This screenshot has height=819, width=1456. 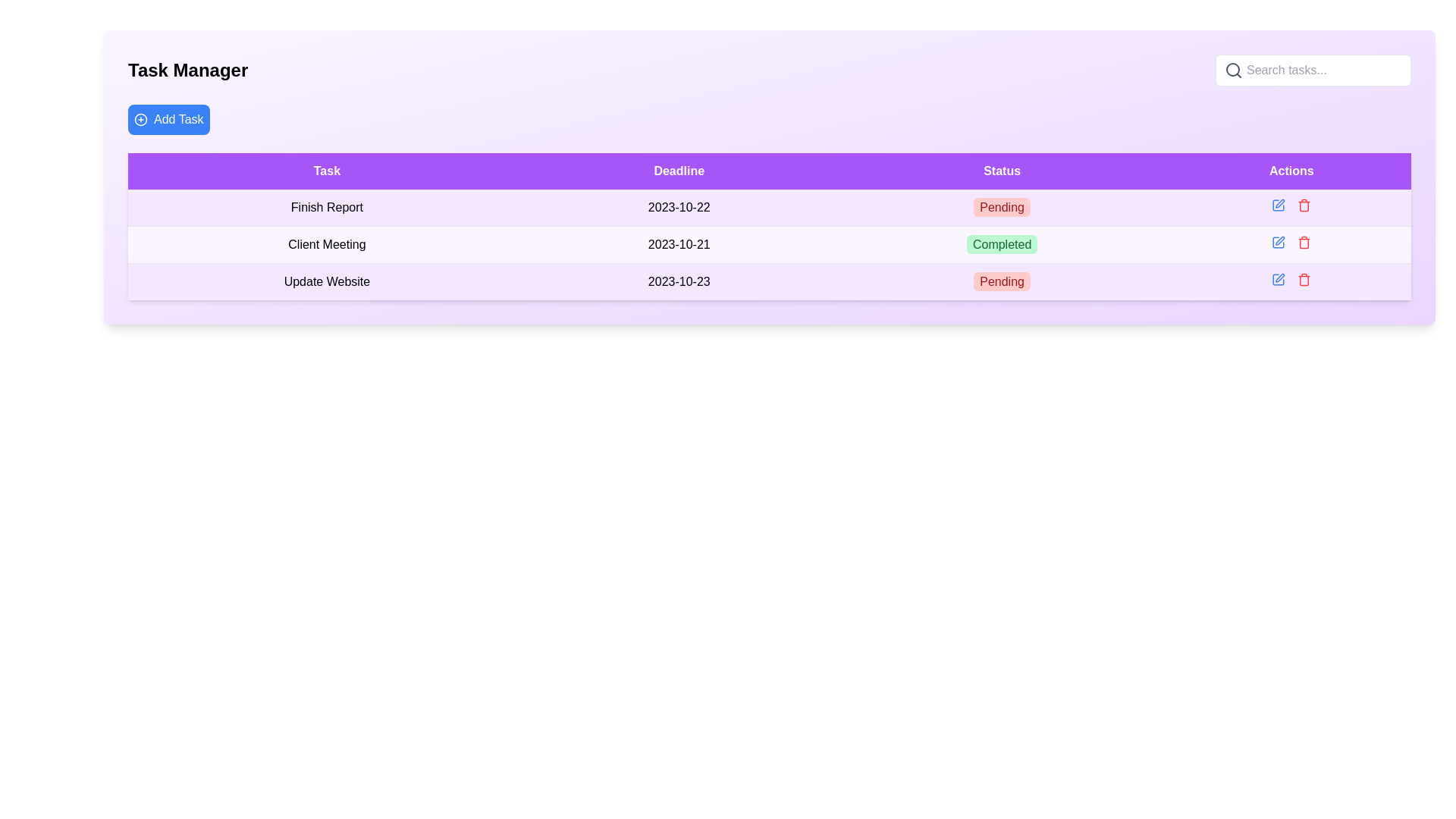 What do you see at coordinates (1002, 208) in the screenshot?
I see `the Status label with the text 'Pending', which has a light red background and bold red font, located in the third column under the 'Status' header in the second row of the table` at bounding box center [1002, 208].